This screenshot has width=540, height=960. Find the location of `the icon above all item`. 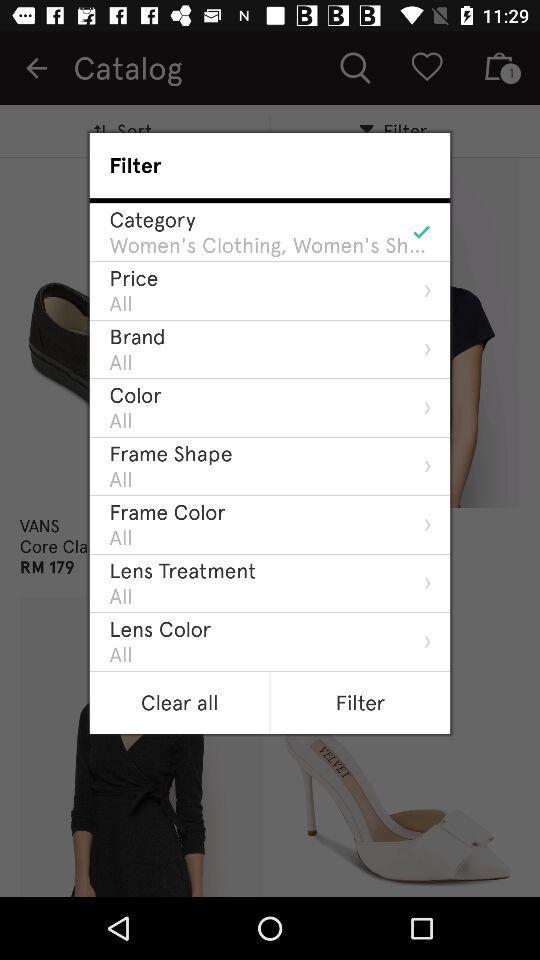

the icon above all item is located at coordinates (171, 453).